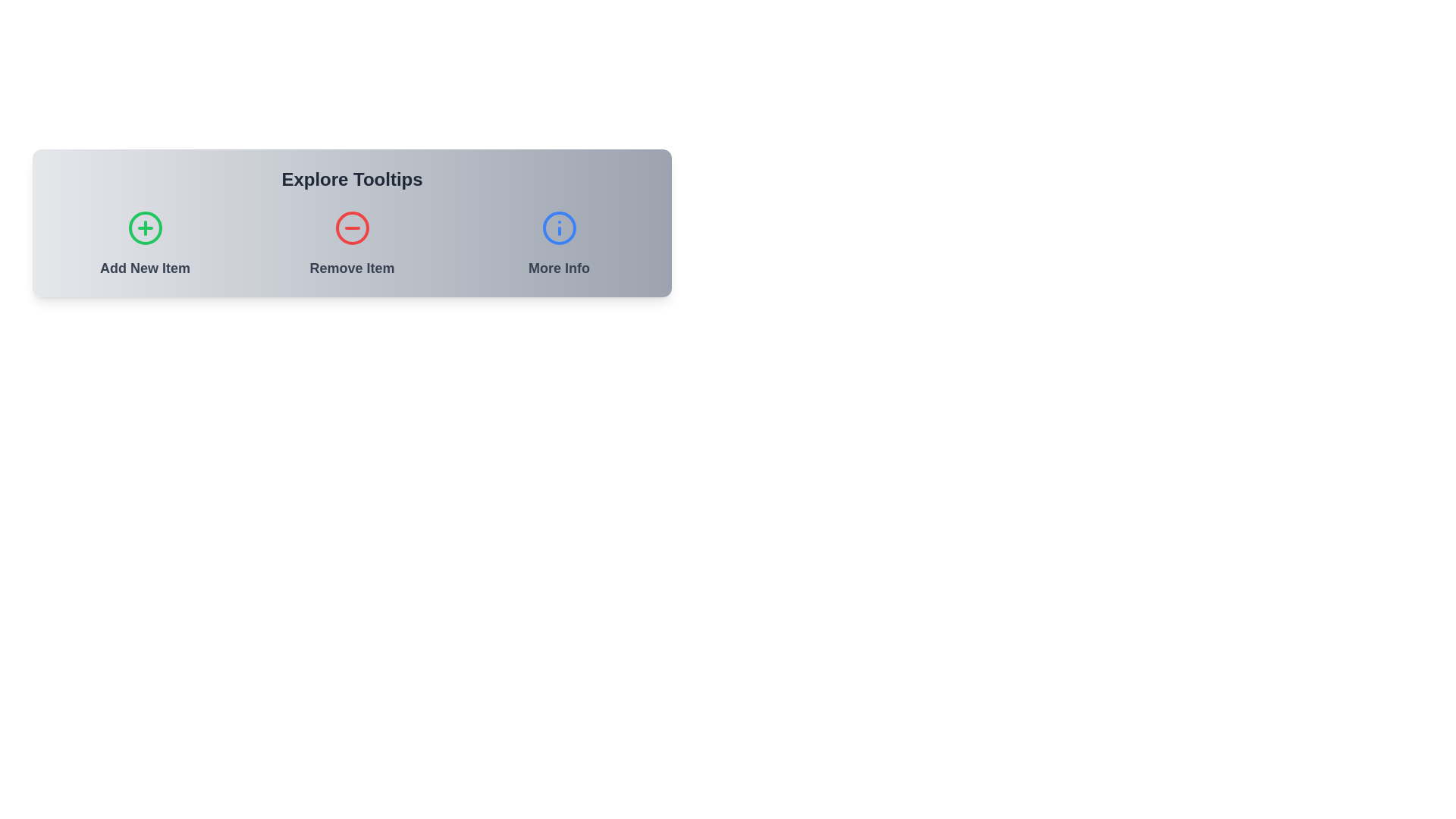  What do you see at coordinates (145, 268) in the screenshot?
I see `the 'Add New Item' text label element, which is styled prominently and located below a green circle icon with a plus sign` at bounding box center [145, 268].